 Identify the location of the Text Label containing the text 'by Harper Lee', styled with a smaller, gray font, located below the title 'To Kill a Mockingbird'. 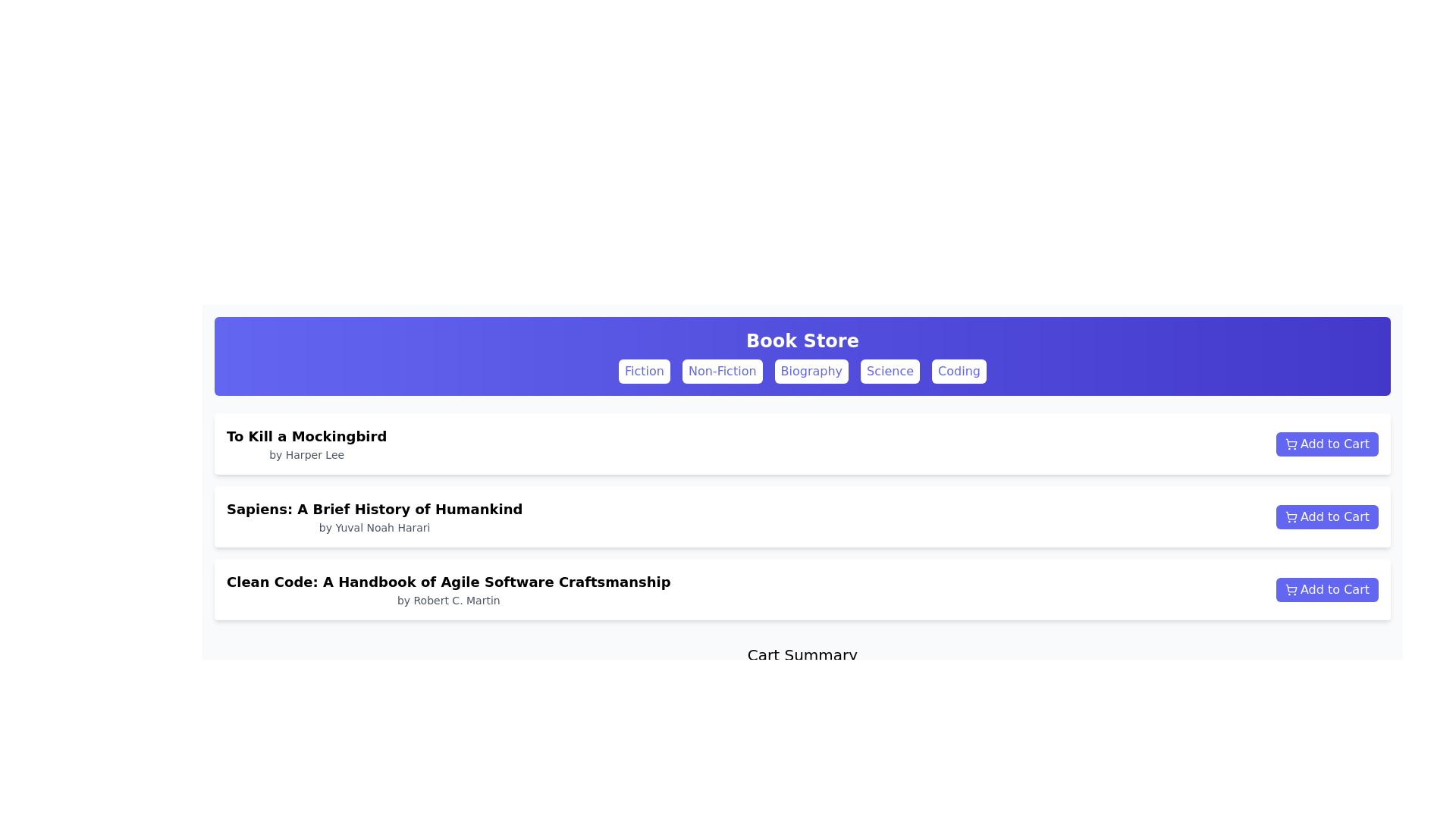
(306, 454).